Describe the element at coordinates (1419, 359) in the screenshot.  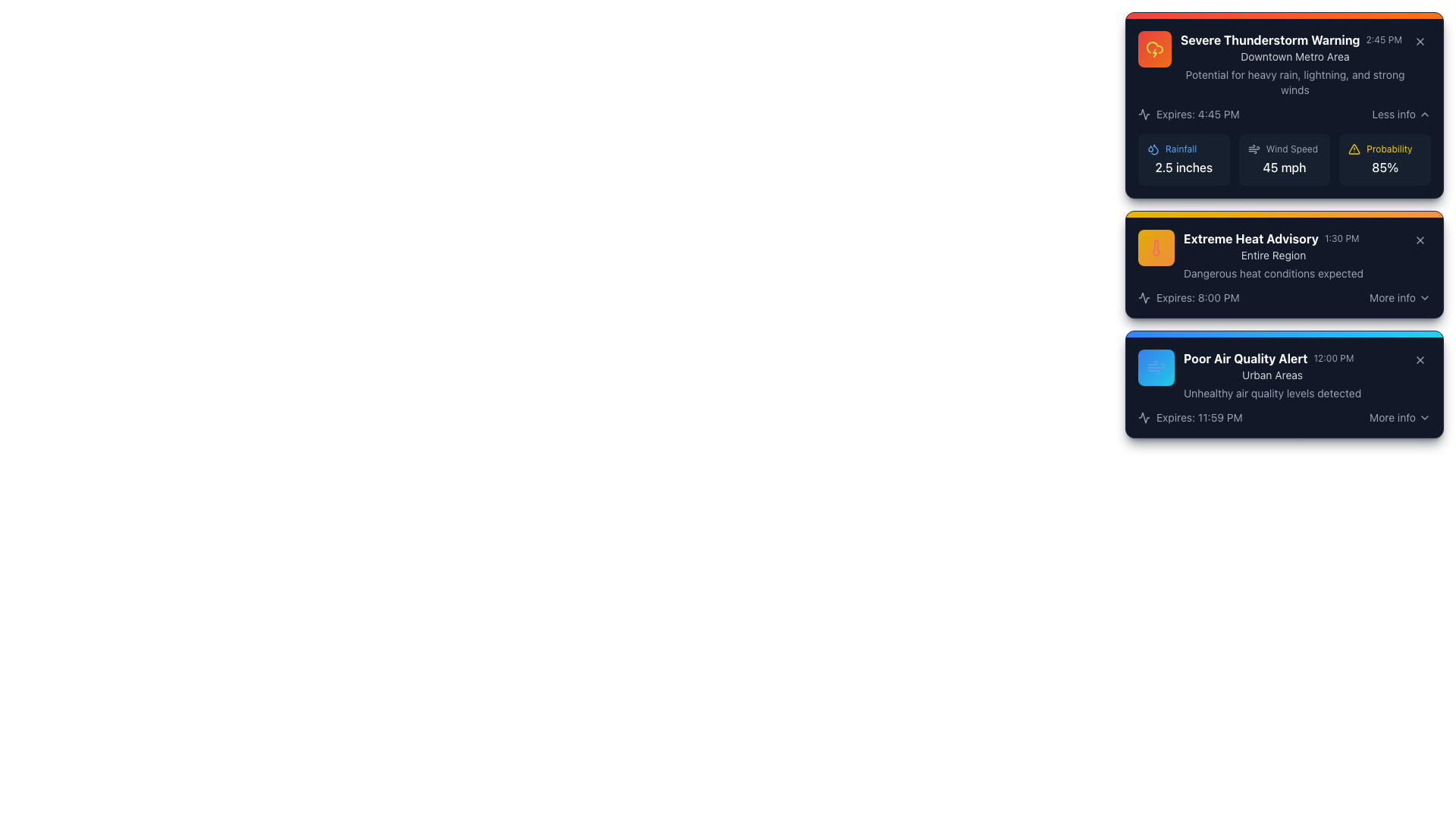
I see `the small gray 'X' button in the top-right corner of the 'Poor Air Quality Alert' notification card` at that location.